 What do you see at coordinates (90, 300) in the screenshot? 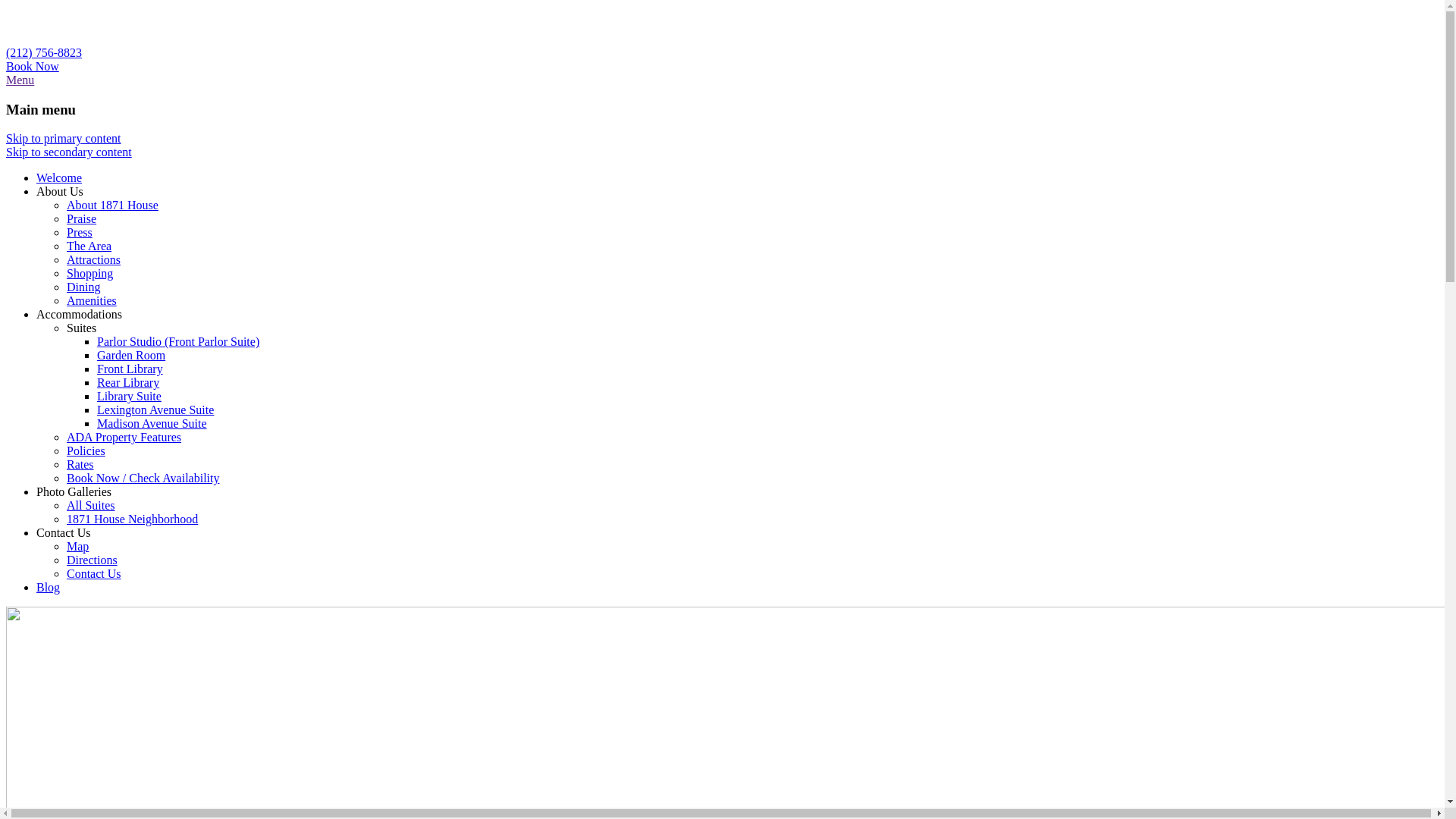
I see `'Amenities'` at bounding box center [90, 300].